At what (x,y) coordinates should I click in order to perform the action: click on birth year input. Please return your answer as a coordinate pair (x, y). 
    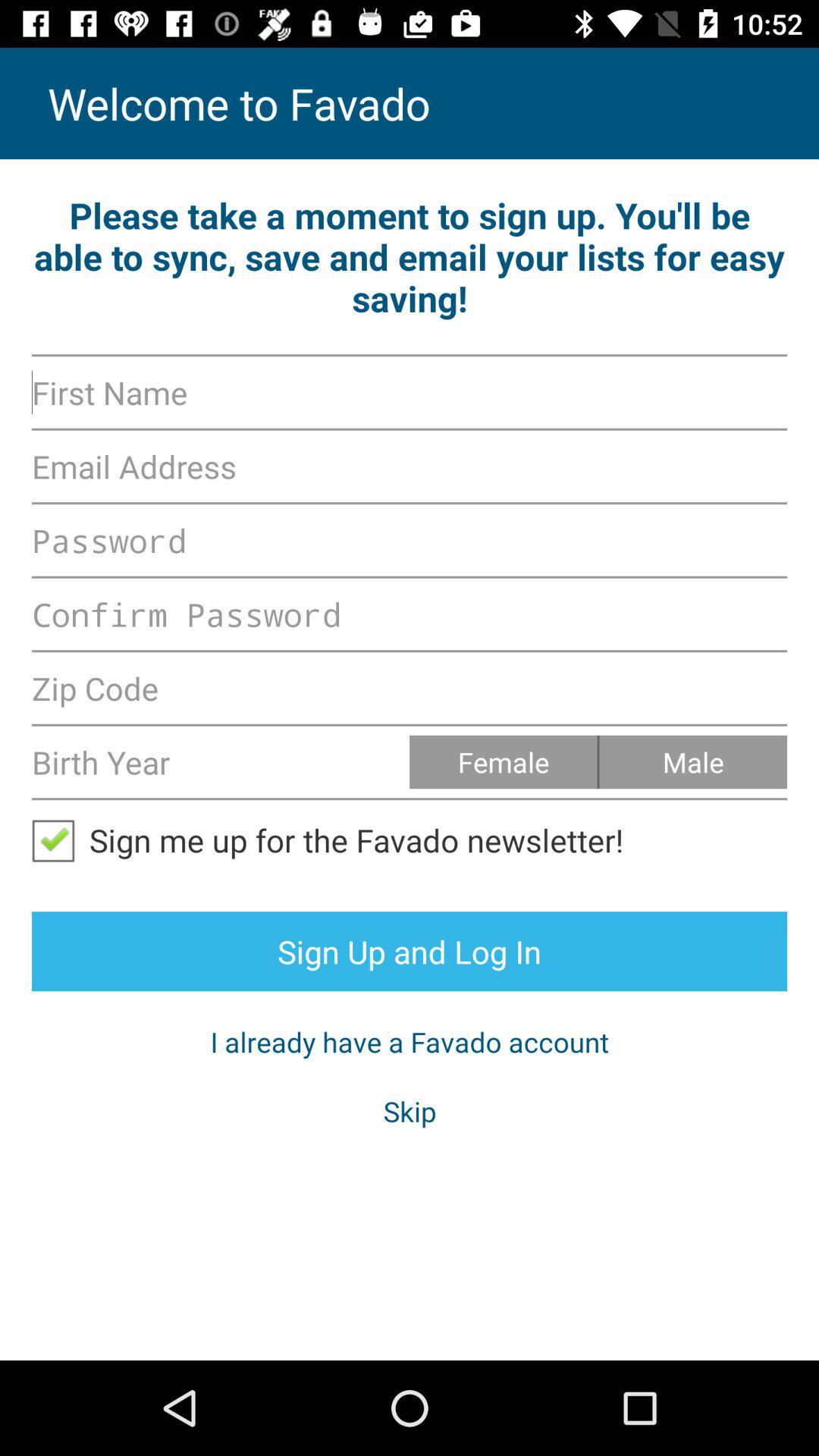
    Looking at the image, I should click on (220, 761).